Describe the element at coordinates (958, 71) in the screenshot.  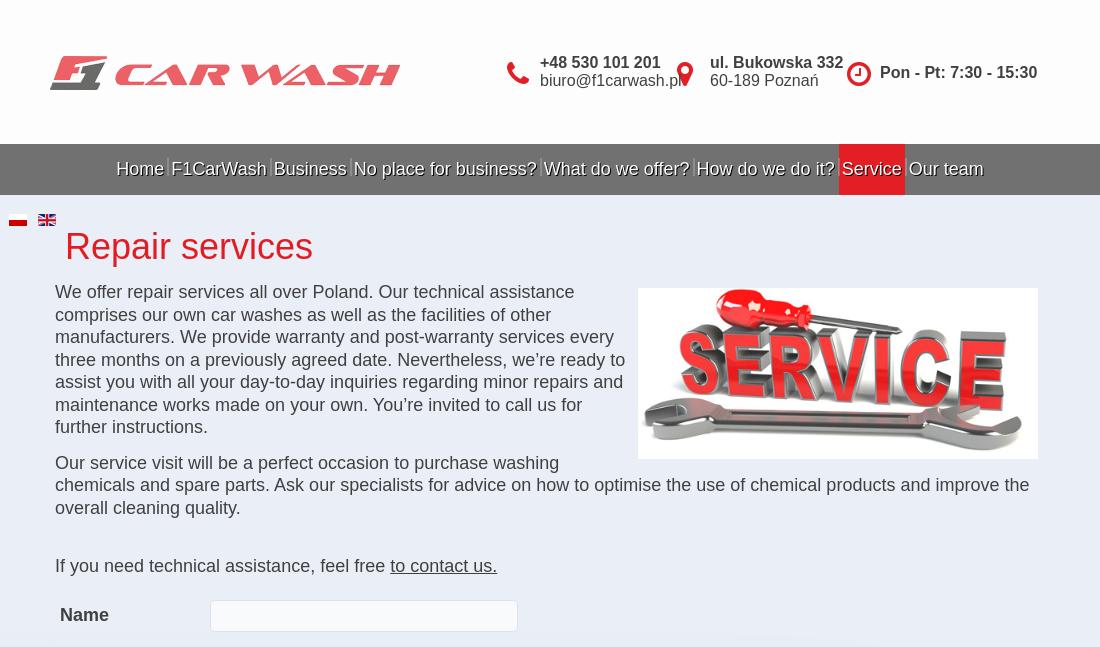
I see `'Pon - Pt: 7:30 - 15:30'` at that location.